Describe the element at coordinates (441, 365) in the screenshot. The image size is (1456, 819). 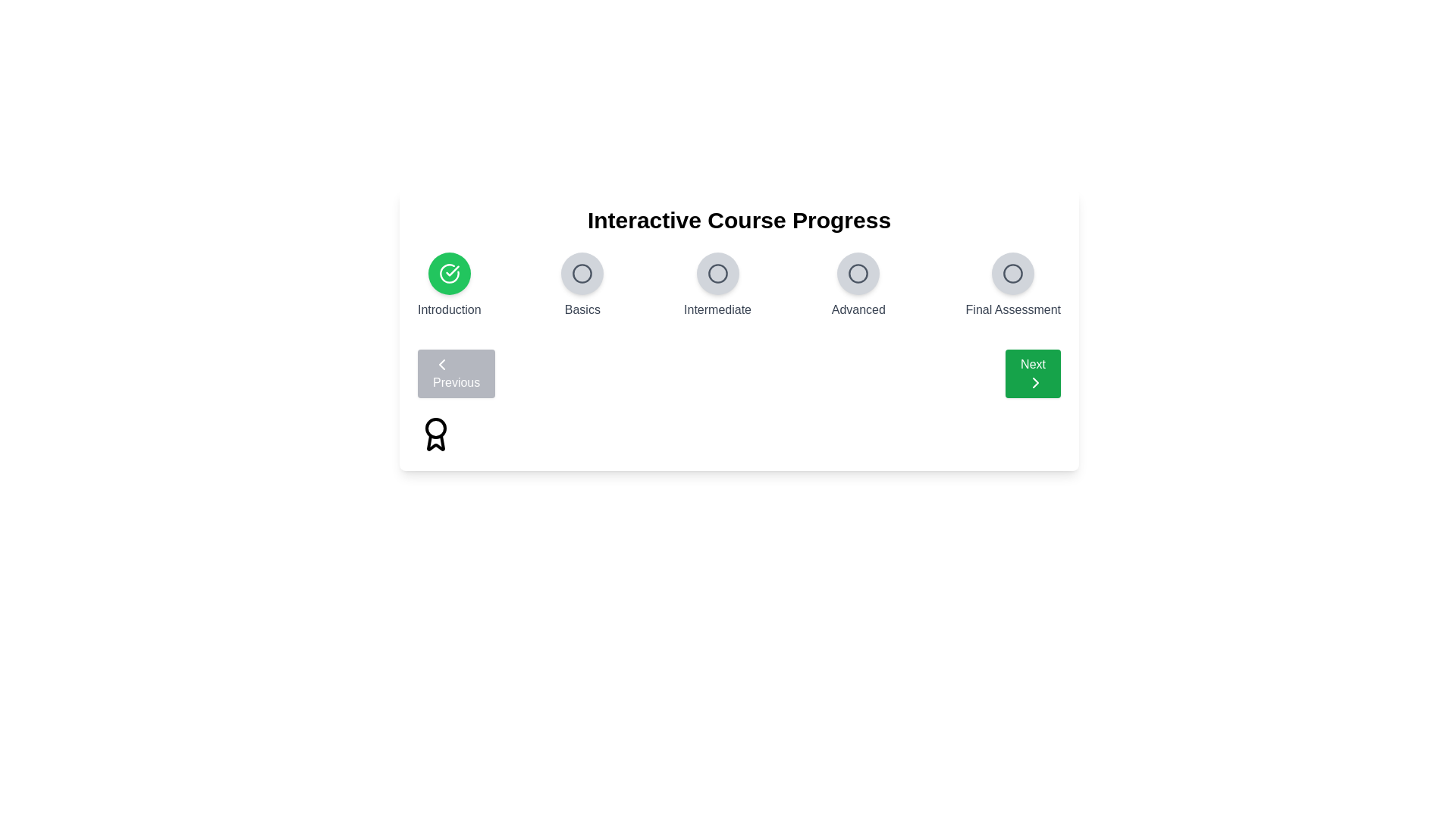
I see `the 'Previous' button that contains the chevron left arrow icon` at that location.